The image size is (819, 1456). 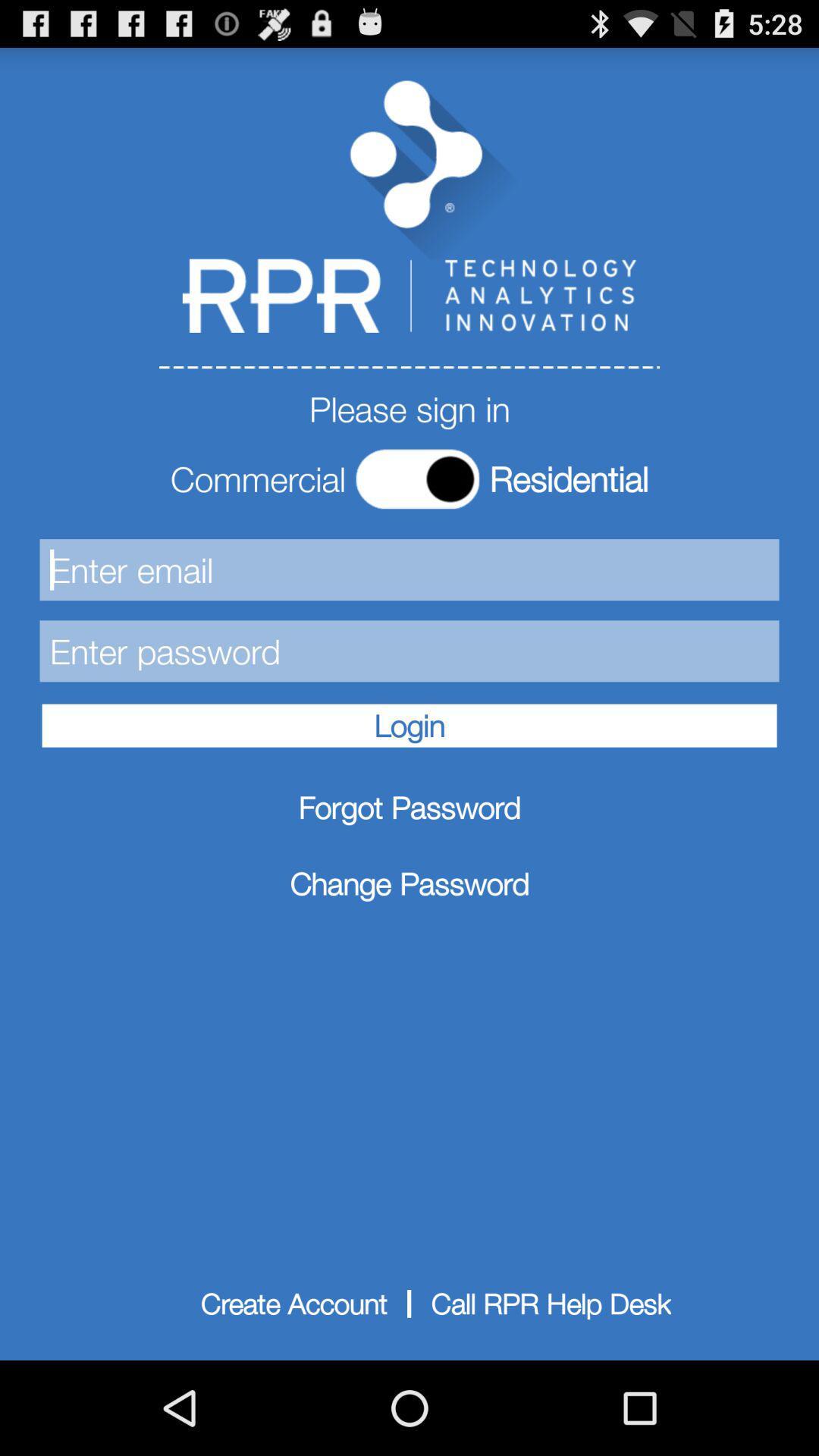 I want to click on the second text feed, so click(x=409, y=651).